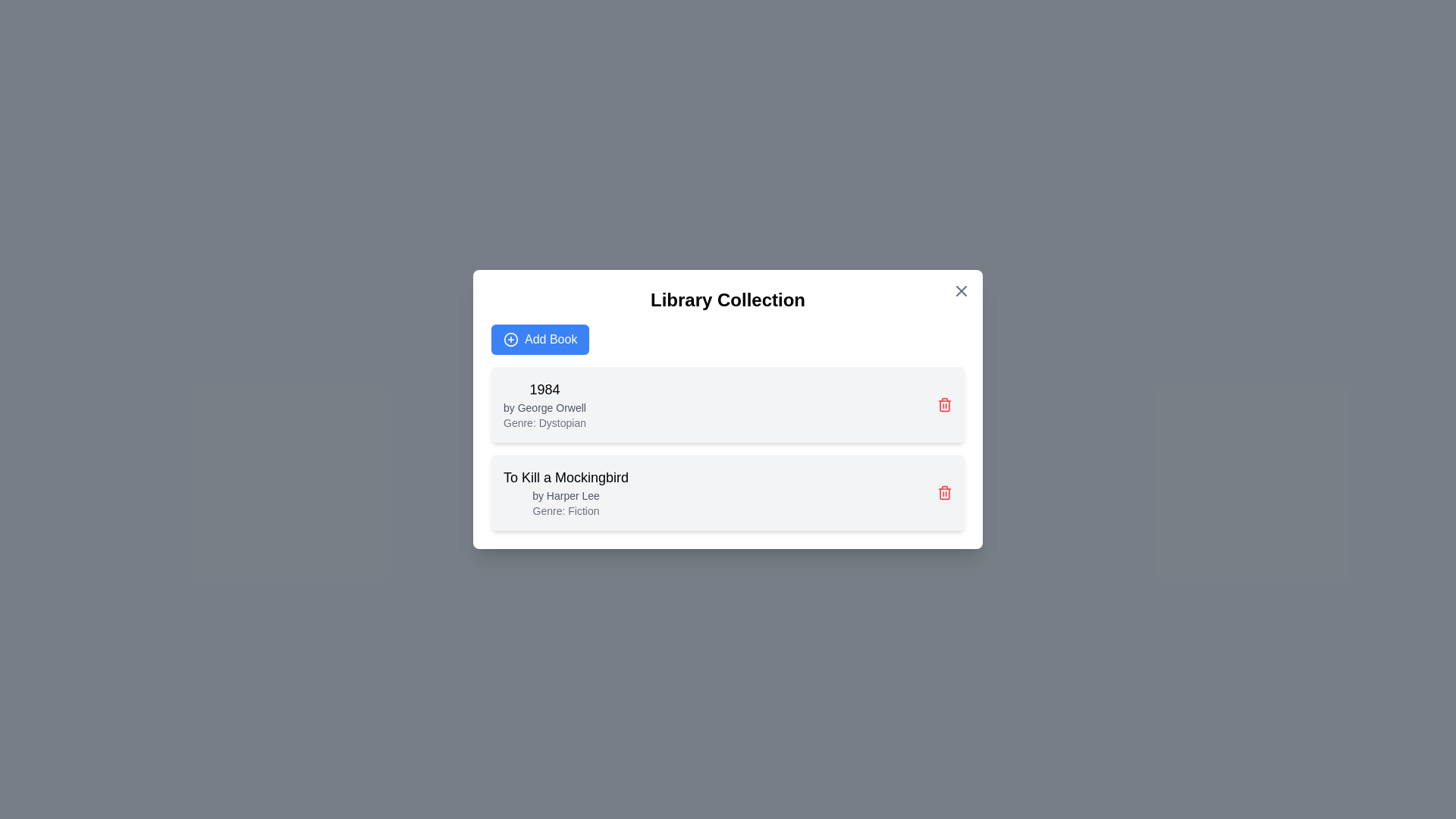 The image size is (1456, 819). What do you see at coordinates (565, 493) in the screenshot?
I see `the text information block displaying the book title 'To Kill a Mockingbird', author 'by Harper Lee', and genre 'Genre: Fiction', which is located in the center section of the modal interface beneath '1984 by George Orwell'` at bounding box center [565, 493].